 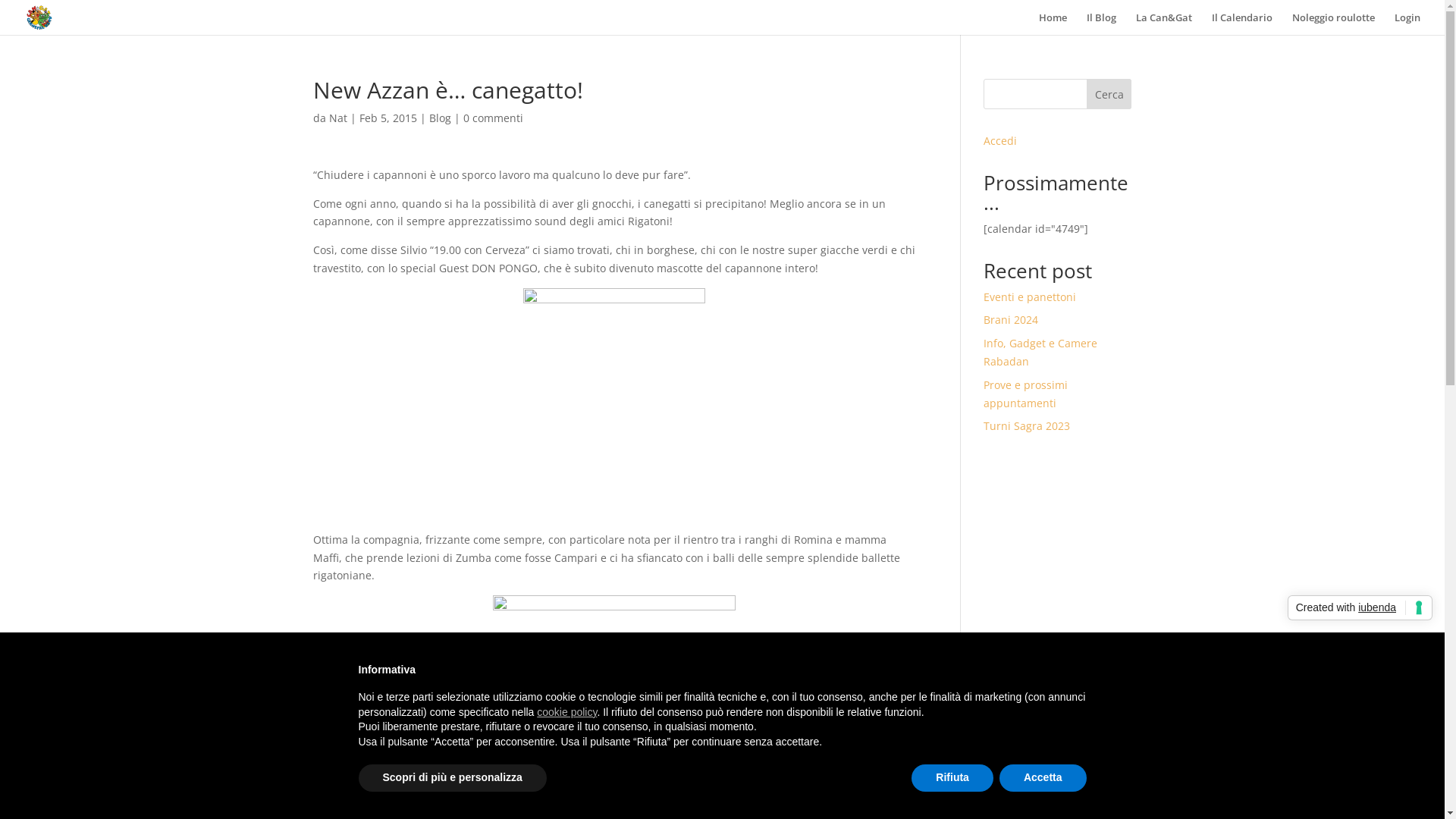 What do you see at coordinates (1040, 352) in the screenshot?
I see `'Info, Gadget e Camere Rabadan'` at bounding box center [1040, 352].